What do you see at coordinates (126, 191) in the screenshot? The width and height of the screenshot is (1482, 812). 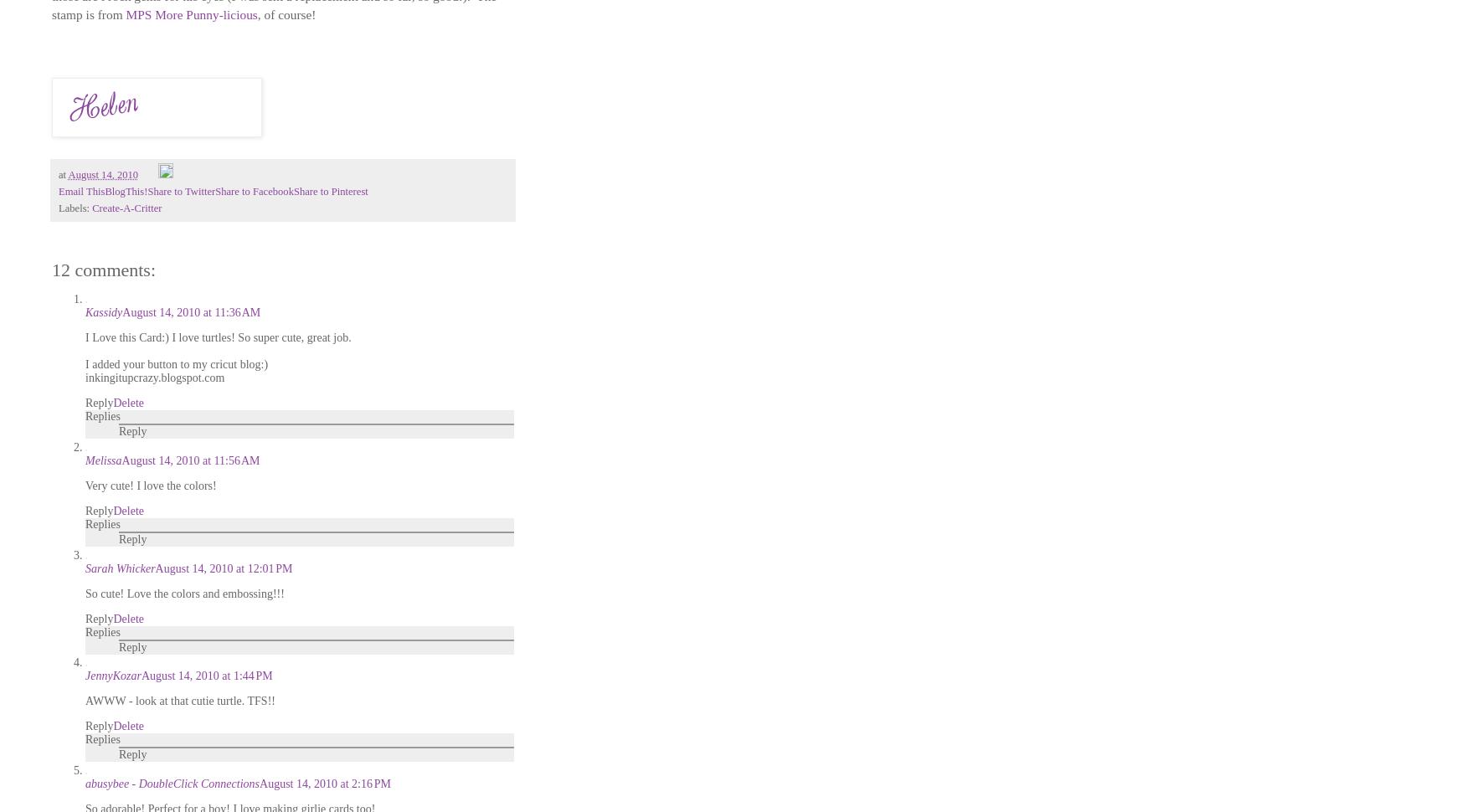 I see `'BlogThis!'` at bounding box center [126, 191].